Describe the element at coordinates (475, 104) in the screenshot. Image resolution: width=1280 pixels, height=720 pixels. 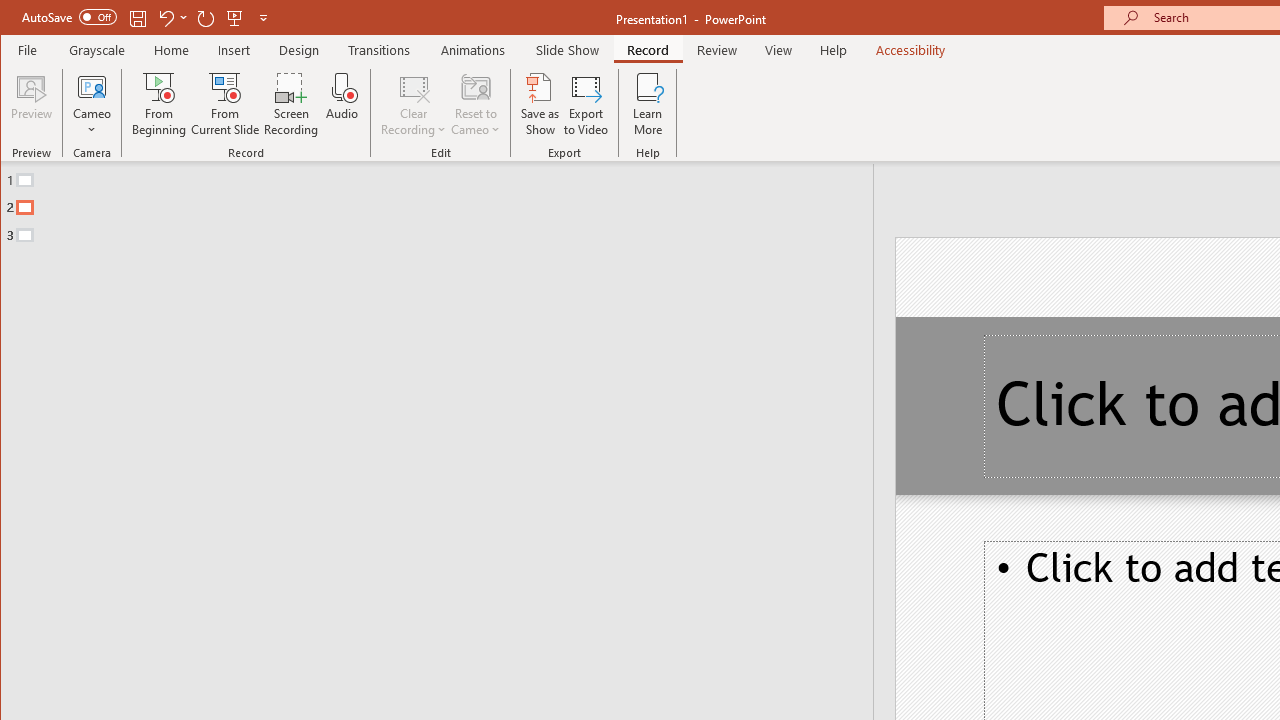
I see `'Reset to Cameo'` at that location.